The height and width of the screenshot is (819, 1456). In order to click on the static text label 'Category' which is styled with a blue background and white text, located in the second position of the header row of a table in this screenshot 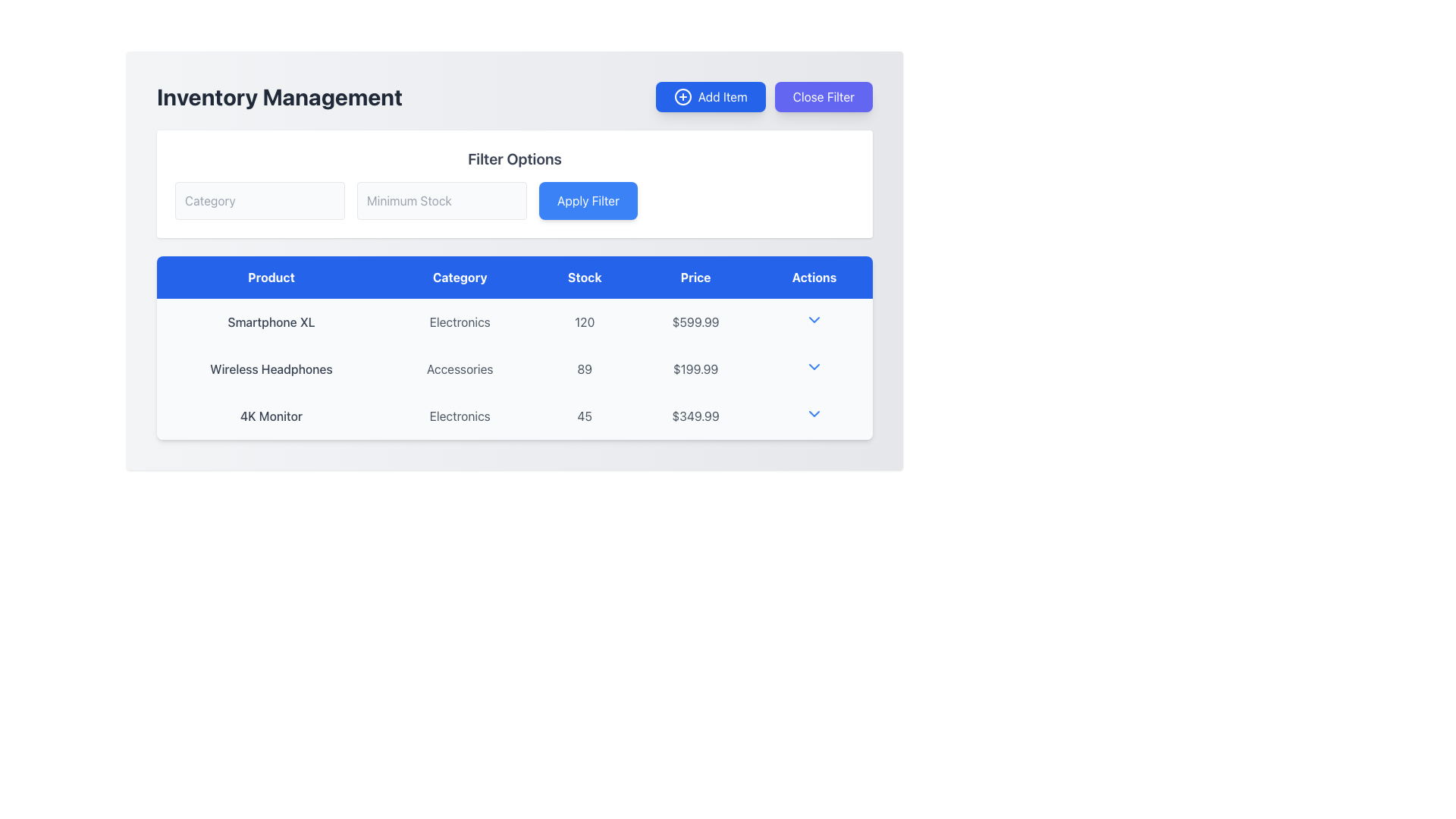, I will do `click(459, 278)`.